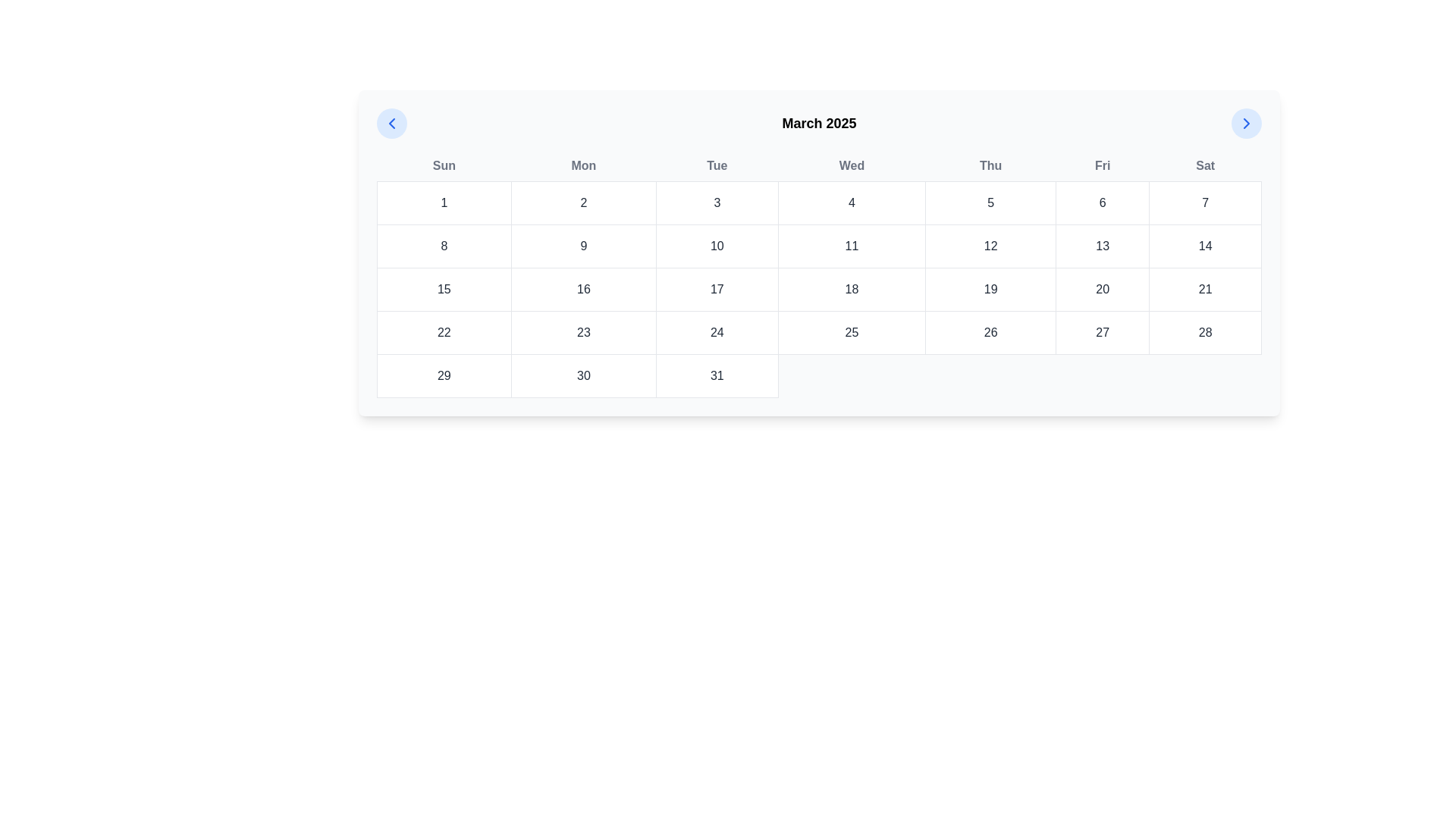 The height and width of the screenshot is (819, 1456). I want to click on the calendar date cell element representing the date '20', located in the fifth row under the Friday column, between '19' and '21', so click(1103, 289).